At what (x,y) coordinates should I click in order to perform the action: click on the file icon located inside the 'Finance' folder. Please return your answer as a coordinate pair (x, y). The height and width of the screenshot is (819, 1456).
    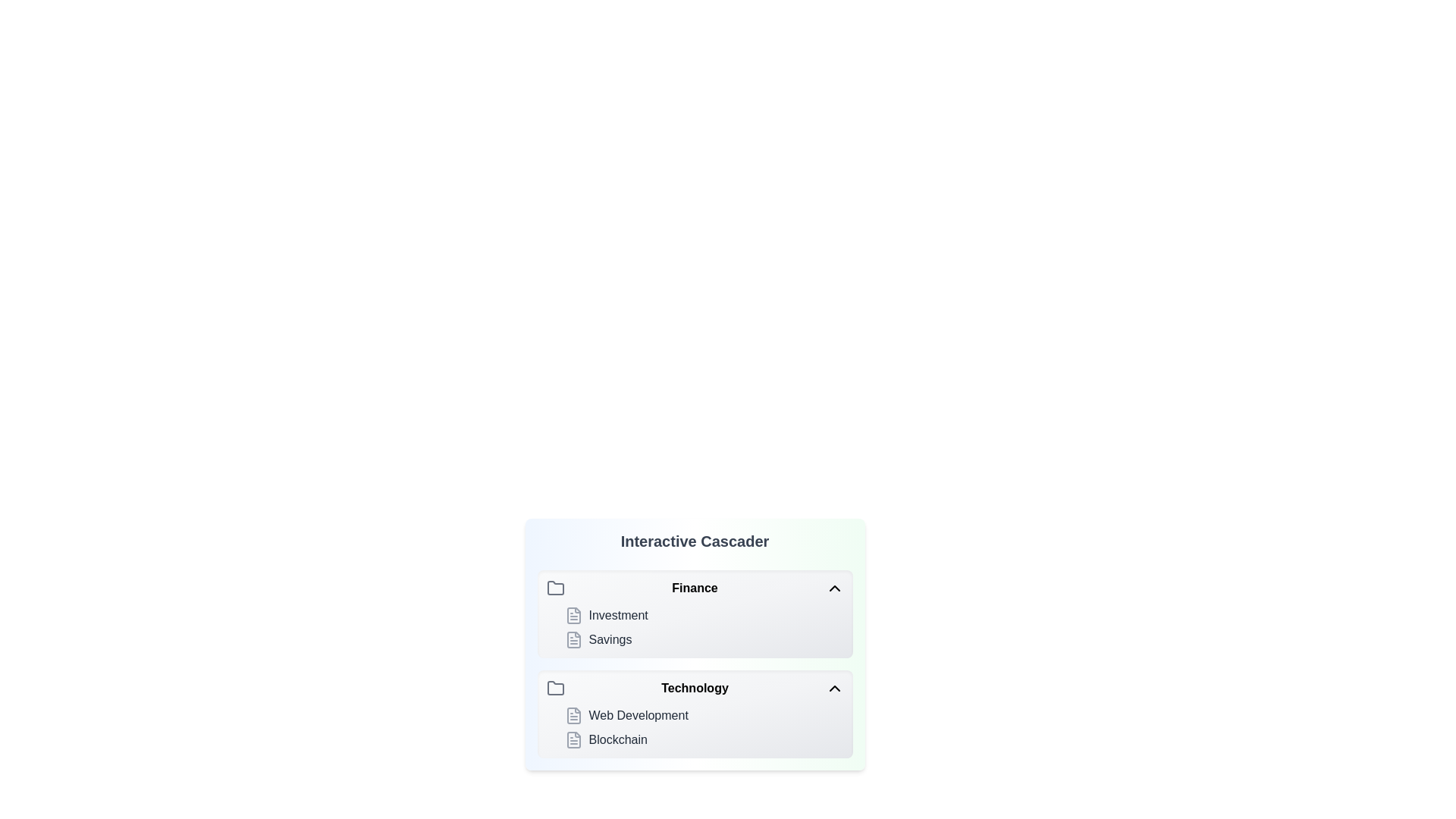
    Looking at the image, I should click on (573, 616).